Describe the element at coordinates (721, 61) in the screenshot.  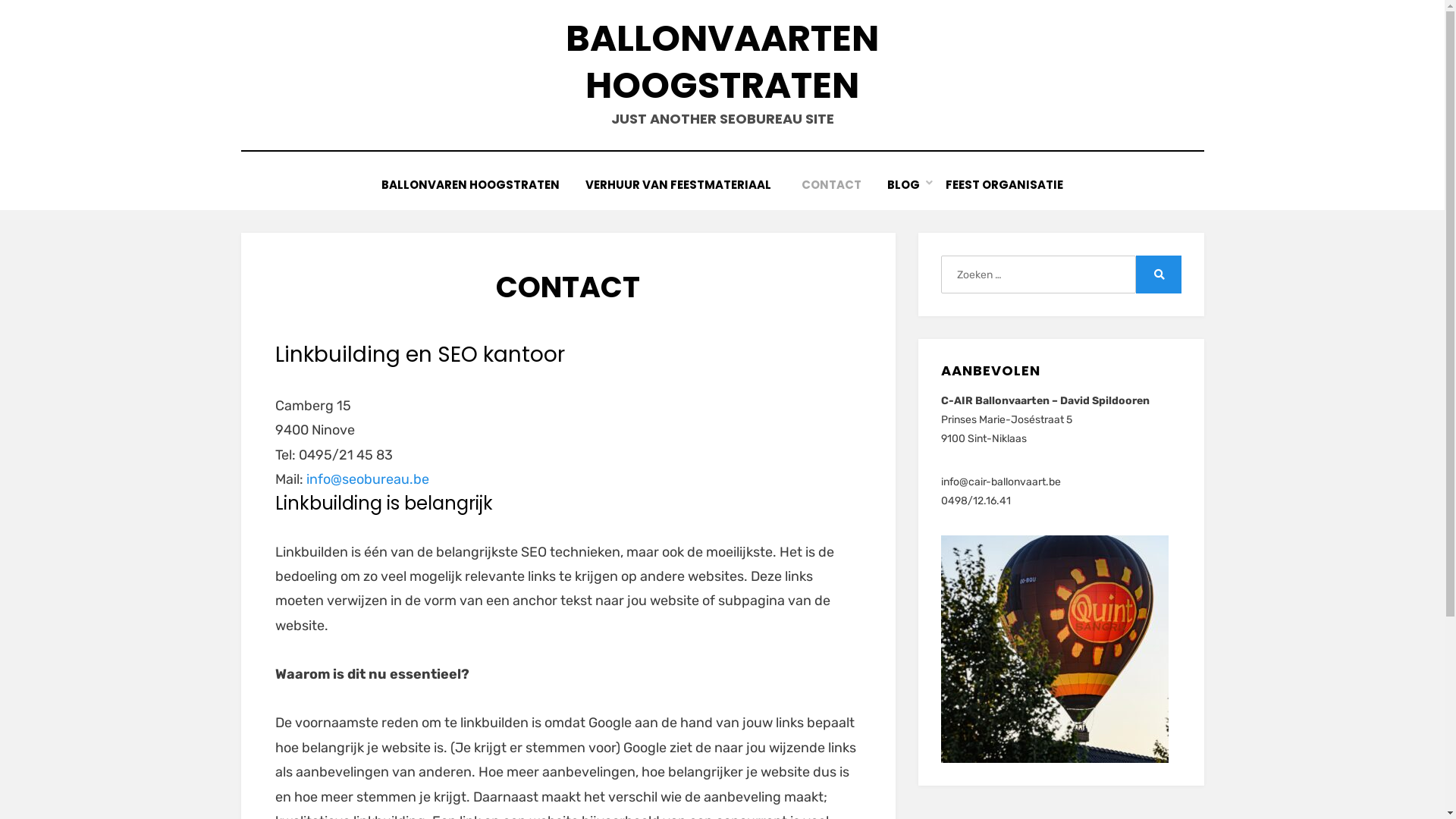
I see `'BALLONVAARTEN HOOGSTRATEN'` at that location.